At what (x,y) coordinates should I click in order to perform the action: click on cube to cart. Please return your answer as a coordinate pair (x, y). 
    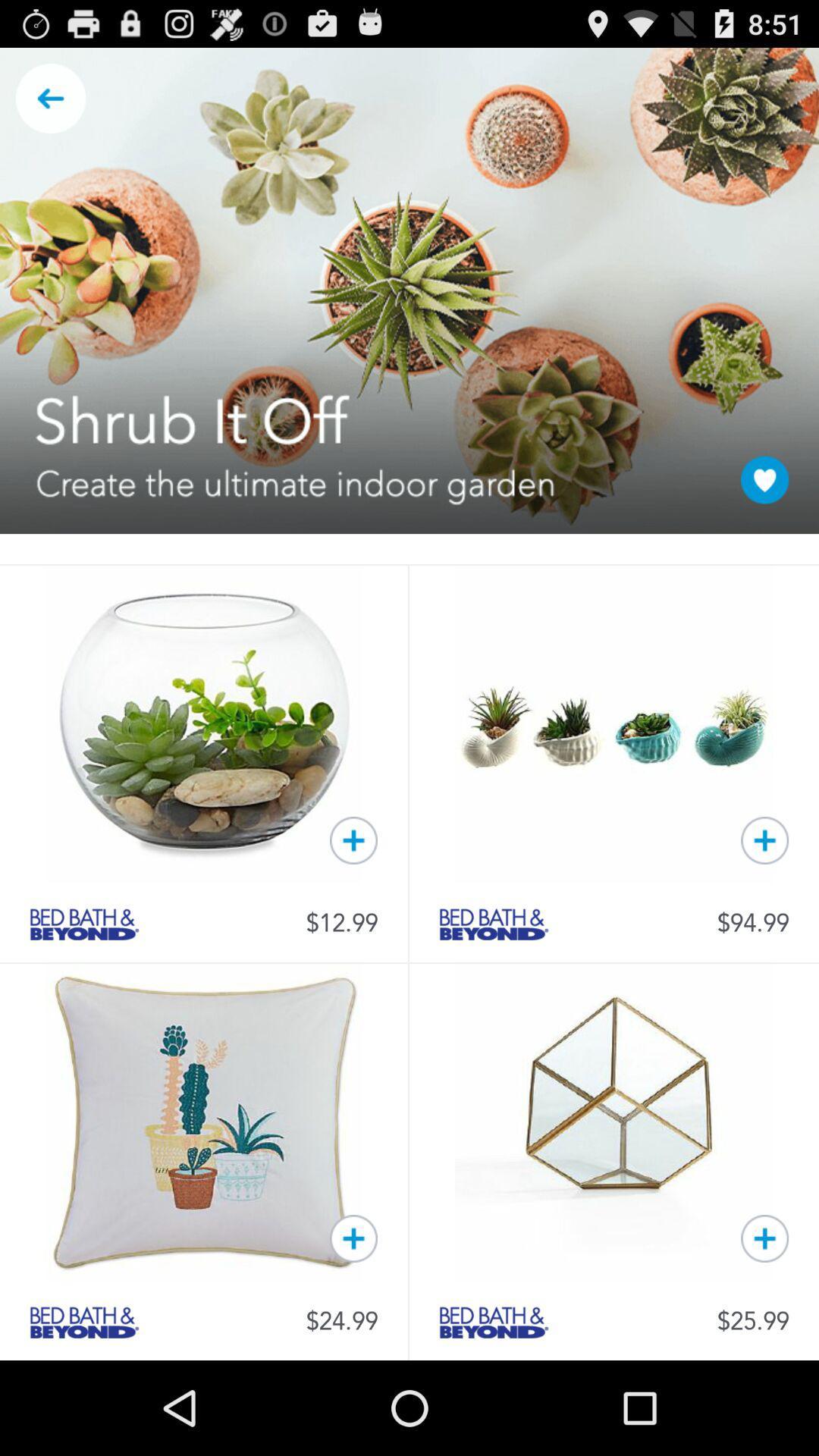
    Looking at the image, I should click on (764, 1238).